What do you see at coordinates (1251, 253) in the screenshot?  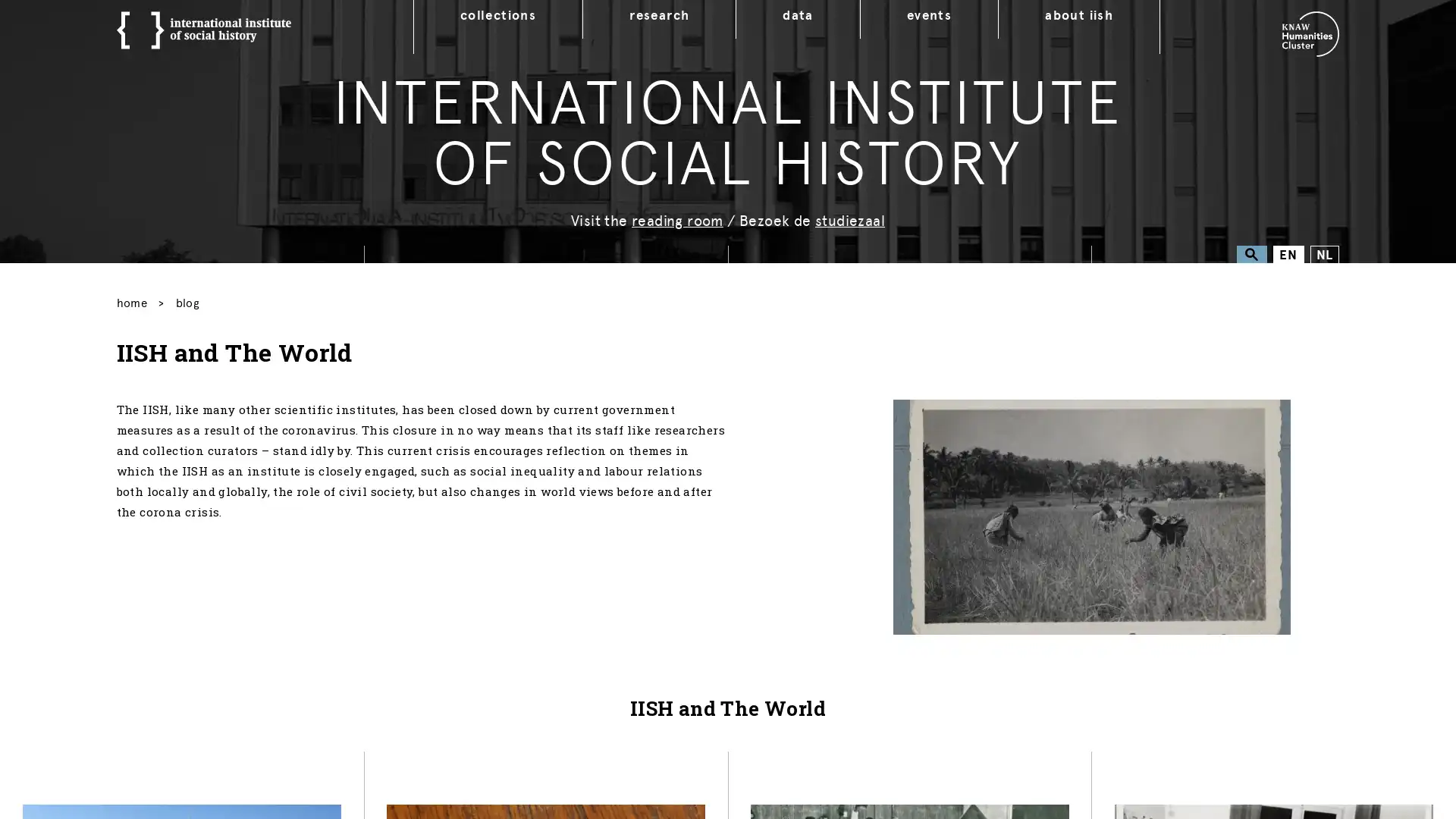 I see `Search` at bounding box center [1251, 253].